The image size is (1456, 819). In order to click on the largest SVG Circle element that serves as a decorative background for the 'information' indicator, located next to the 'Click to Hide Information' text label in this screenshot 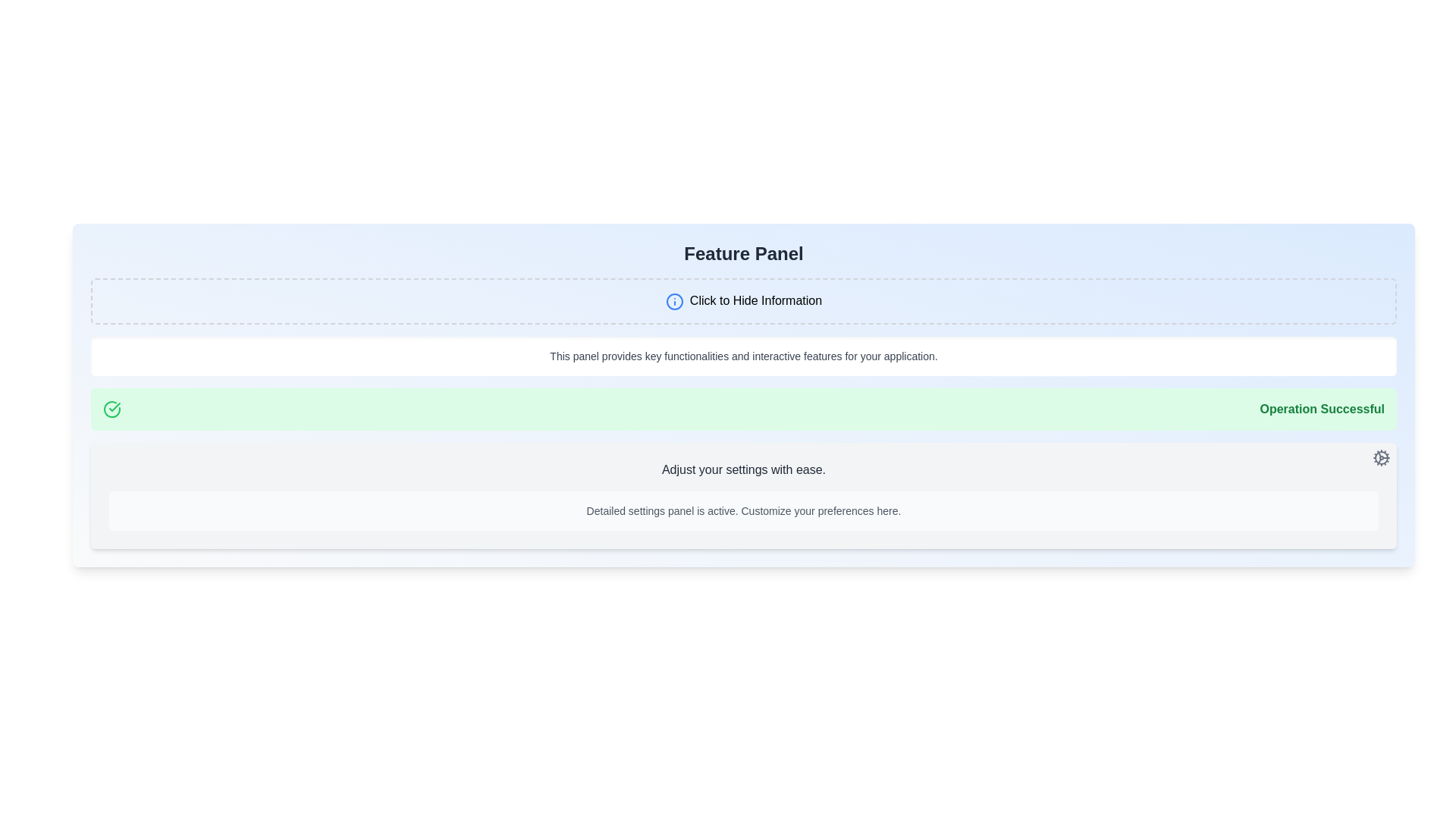, I will do `click(673, 301)`.